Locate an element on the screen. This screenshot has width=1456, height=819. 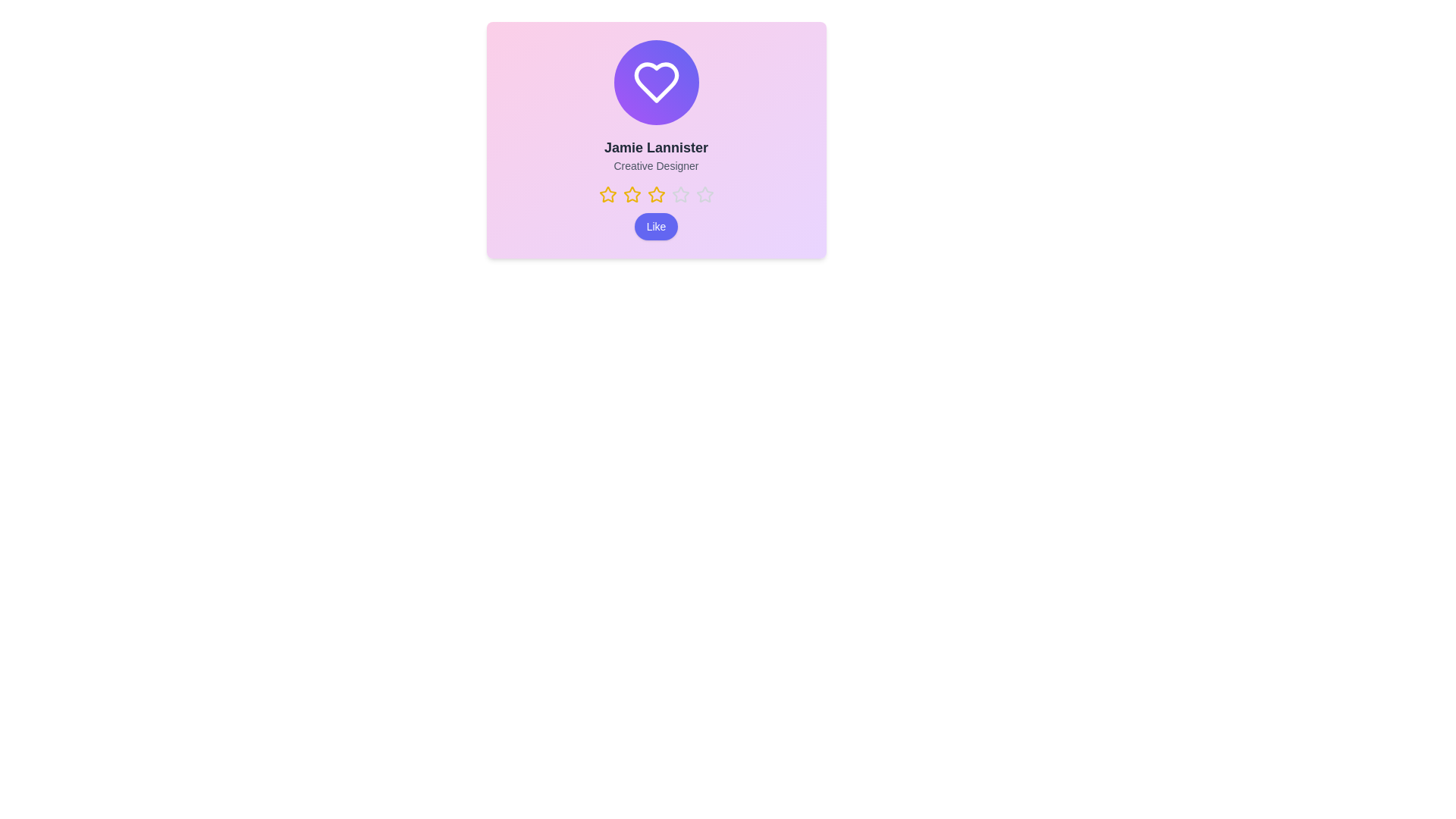
the Star Rating Indicator, which consists of a horizontal set of stars with the third star highlighted in gold, located below the user's name and title in the center of the card is located at coordinates (656, 194).